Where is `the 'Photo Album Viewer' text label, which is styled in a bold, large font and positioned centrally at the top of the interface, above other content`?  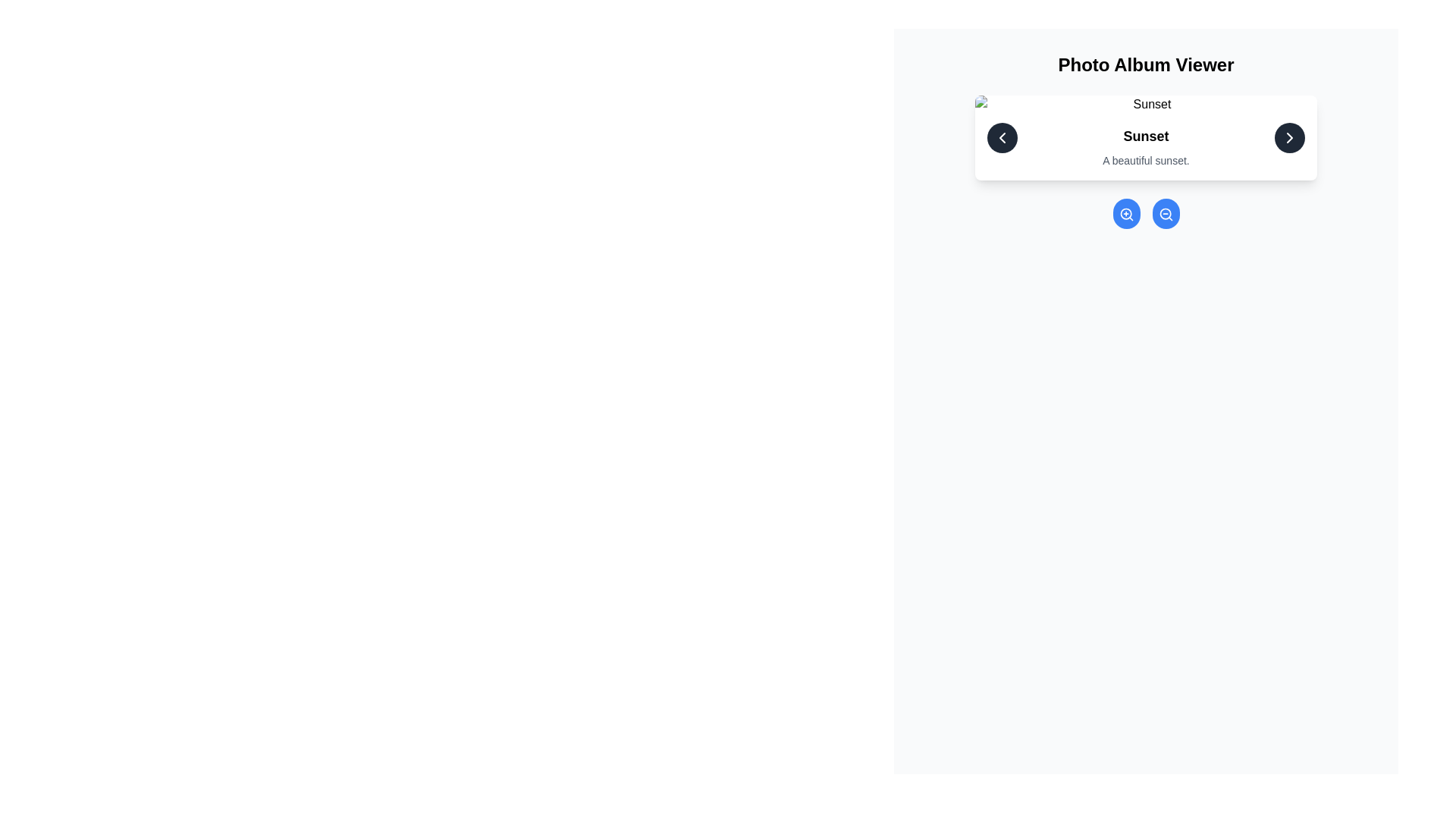
the 'Photo Album Viewer' text label, which is styled in a bold, large font and positioned centrally at the top of the interface, above other content is located at coordinates (1146, 64).